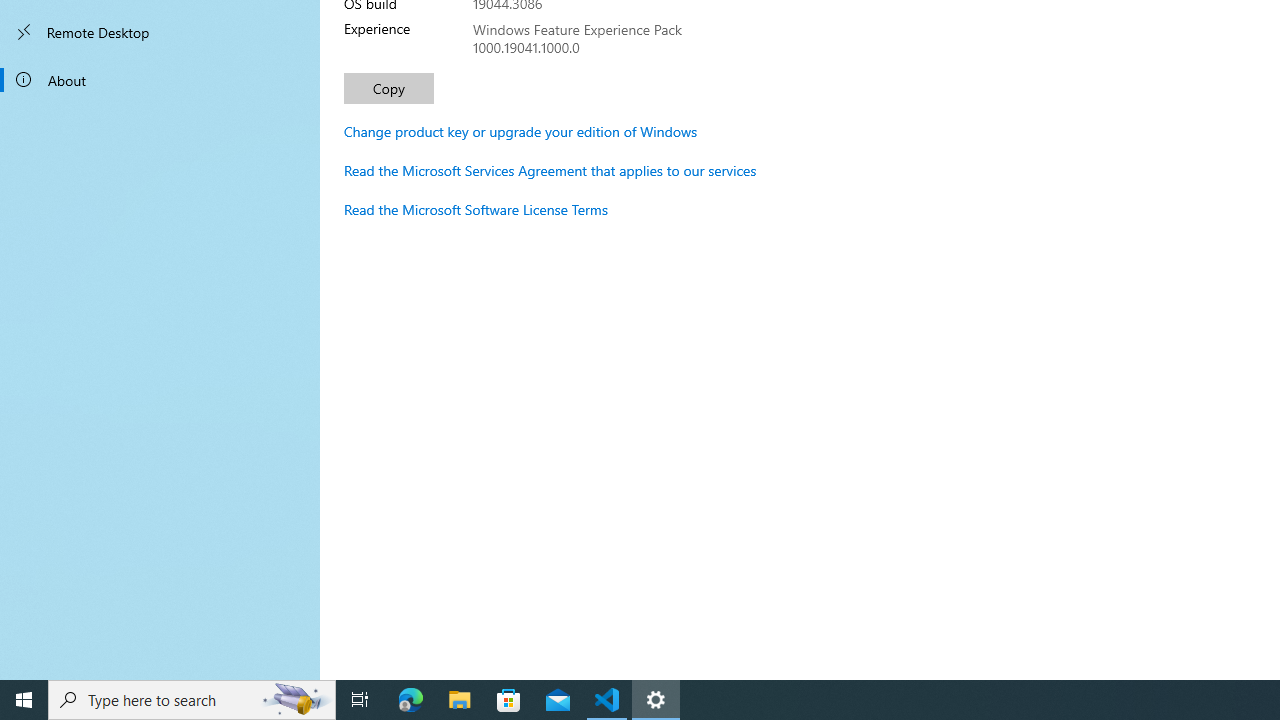 The height and width of the screenshot is (720, 1280). I want to click on 'Change product key or upgrade your edition of Windows', so click(520, 131).